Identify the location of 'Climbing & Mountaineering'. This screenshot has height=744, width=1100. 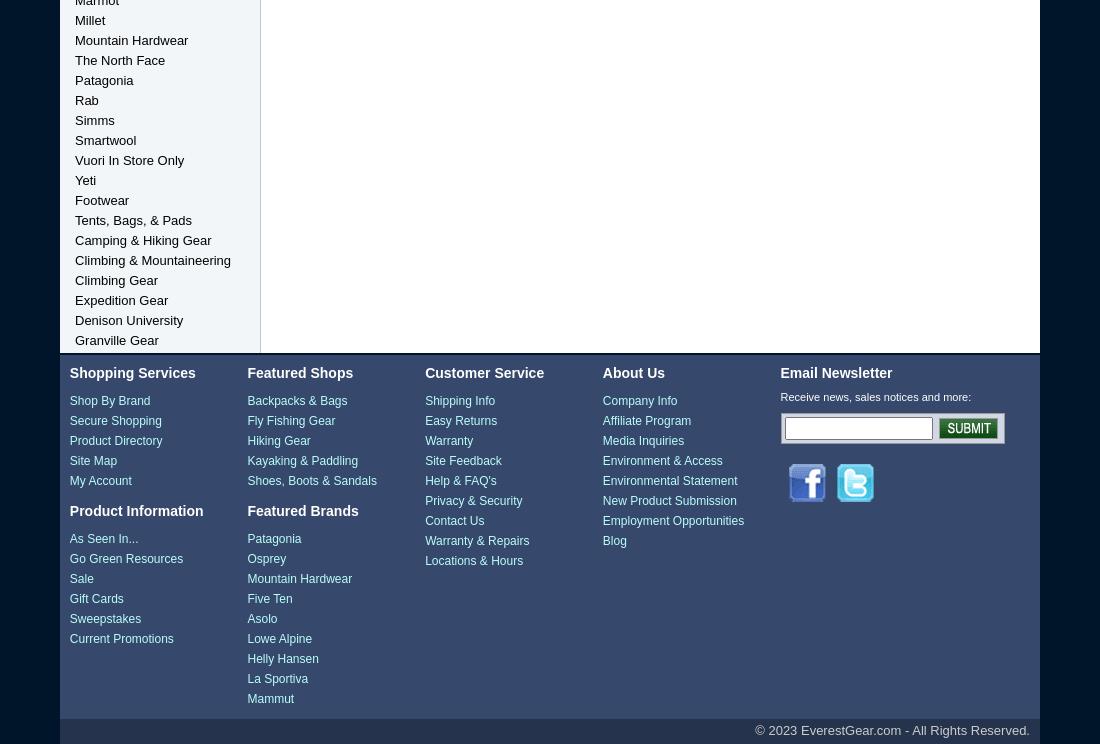
(152, 260).